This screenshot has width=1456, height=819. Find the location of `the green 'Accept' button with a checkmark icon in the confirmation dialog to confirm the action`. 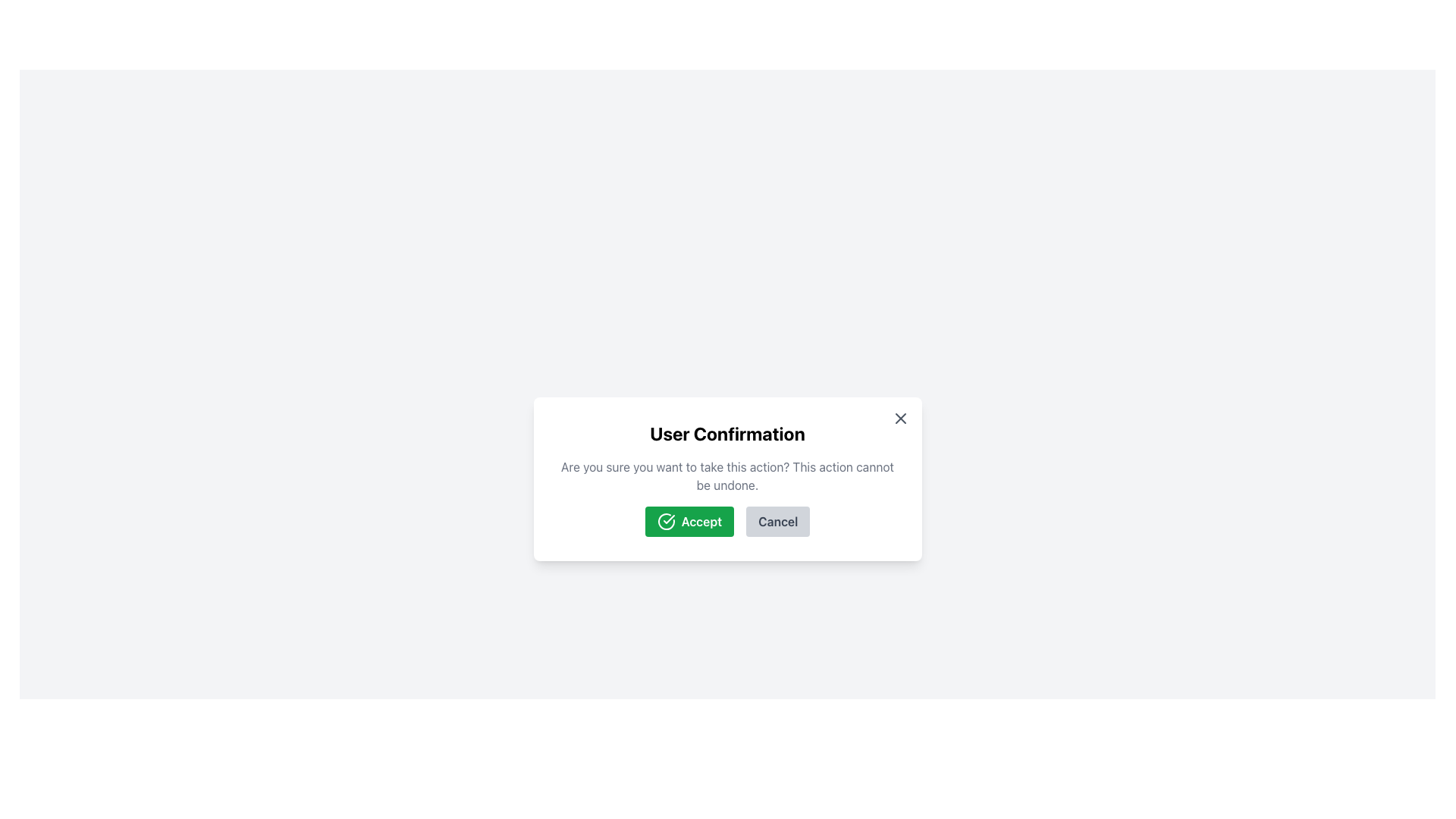

the green 'Accept' button with a checkmark icon in the confirmation dialog to confirm the action is located at coordinates (689, 520).